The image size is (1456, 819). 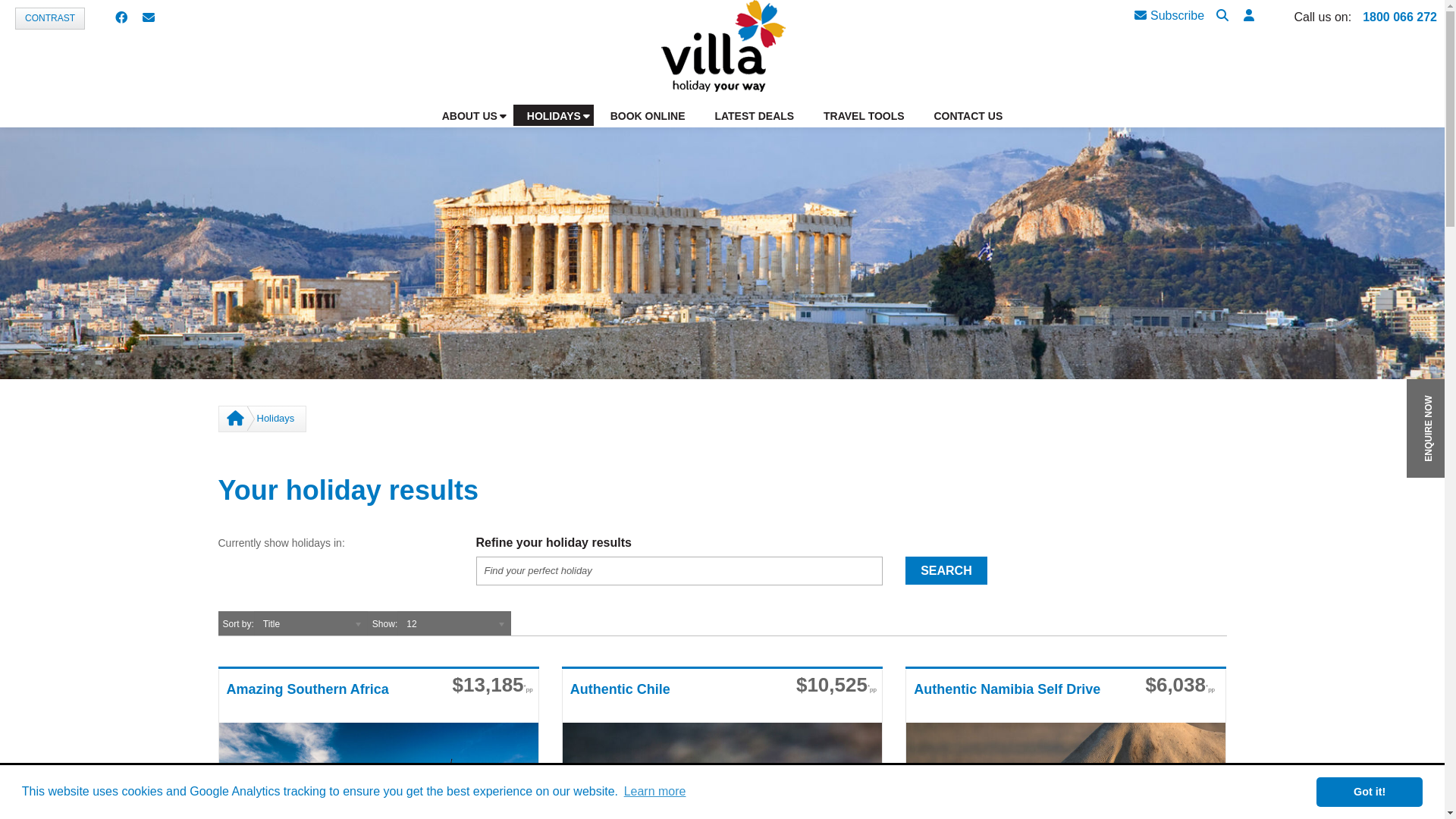 What do you see at coordinates (648, 114) in the screenshot?
I see `'BOOK ONLINE'` at bounding box center [648, 114].